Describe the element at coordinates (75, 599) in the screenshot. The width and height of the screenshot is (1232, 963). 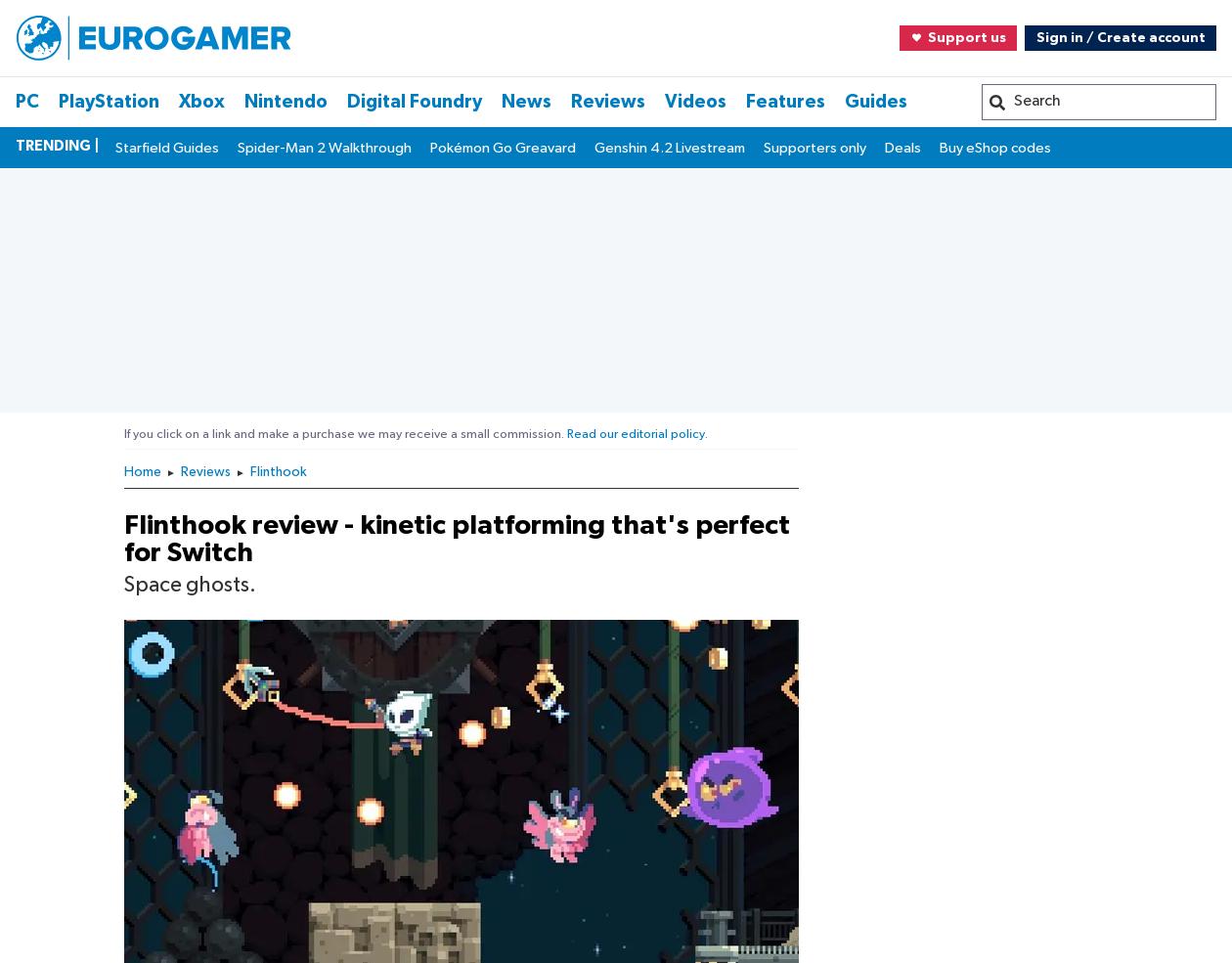
I see `'PlayStation'` at that location.